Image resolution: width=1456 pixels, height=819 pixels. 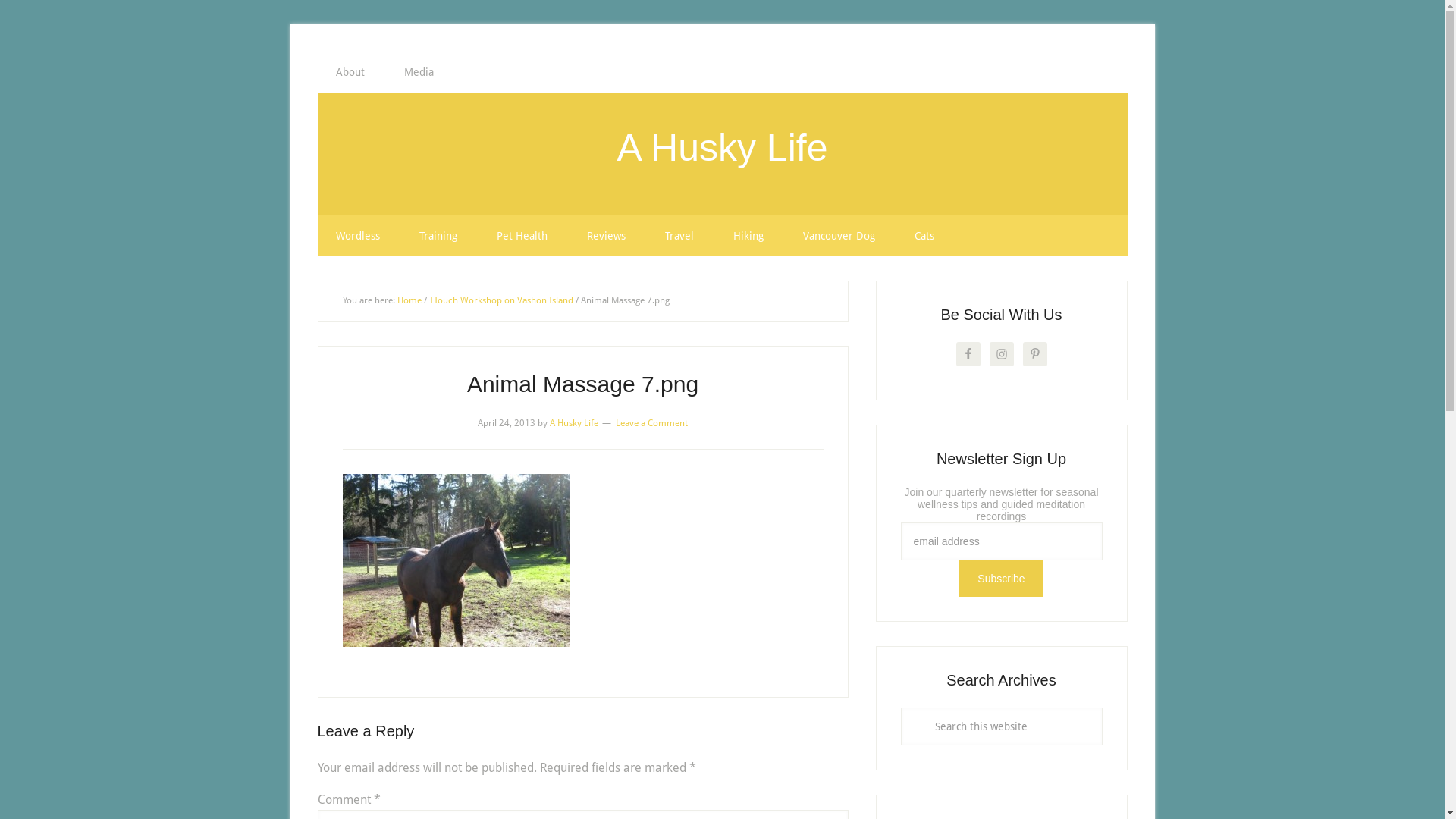 What do you see at coordinates (1101, 707) in the screenshot?
I see `'Search'` at bounding box center [1101, 707].